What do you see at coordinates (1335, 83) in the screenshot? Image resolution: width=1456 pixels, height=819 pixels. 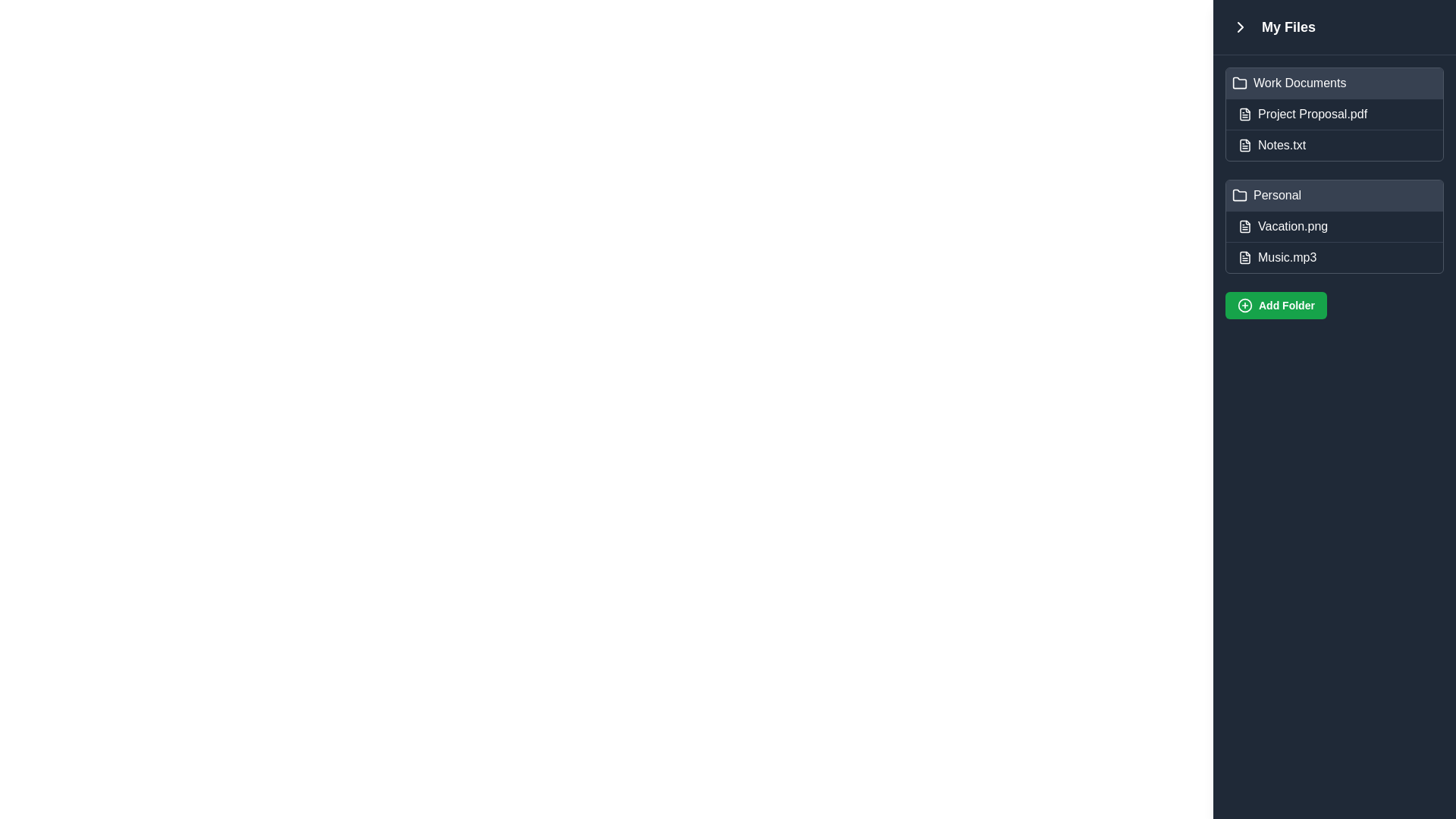 I see `the 'Work Documents' folder entry in the file list` at bounding box center [1335, 83].